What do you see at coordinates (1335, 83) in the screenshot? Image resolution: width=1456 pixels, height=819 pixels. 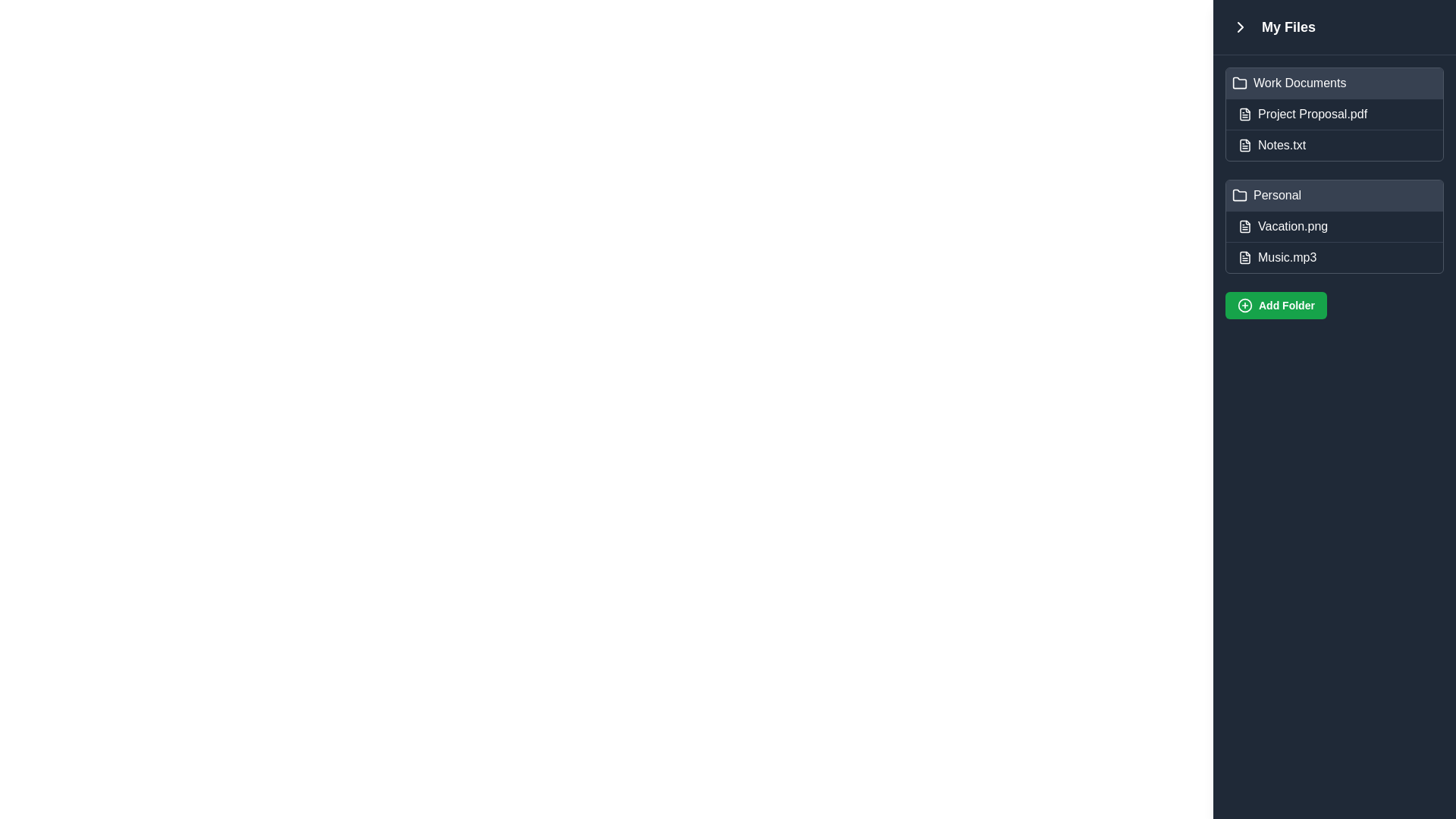 I see `the 'Work Documents' folder entry in the file list` at bounding box center [1335, 83].